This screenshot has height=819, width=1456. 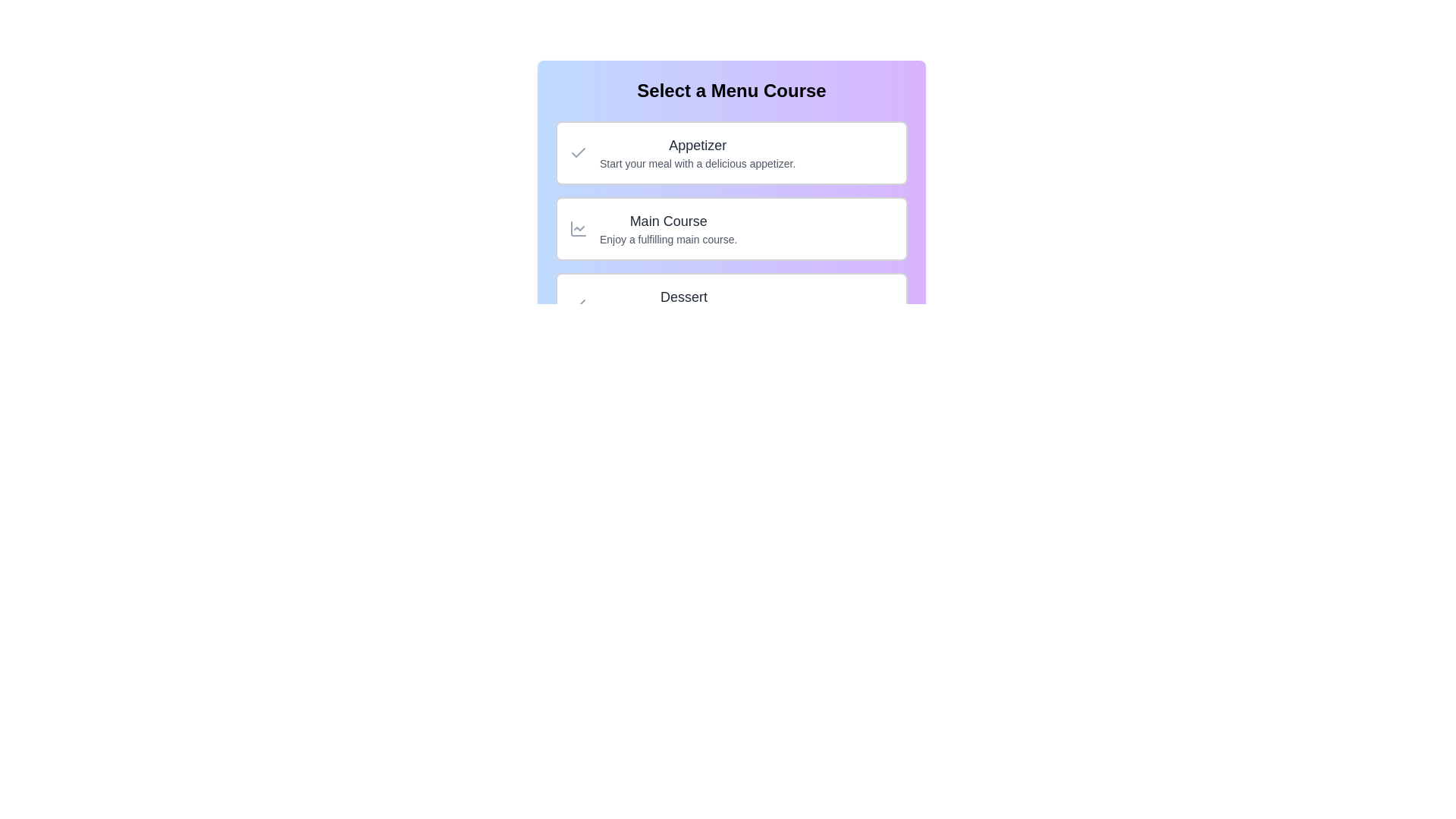 What do you see at coordinates (731, 304) in the screenshot?
I see `the selectable list item for dessert course in the menu, which is the third item in a vertically stacked menu list` at bounding box center [731, 304].